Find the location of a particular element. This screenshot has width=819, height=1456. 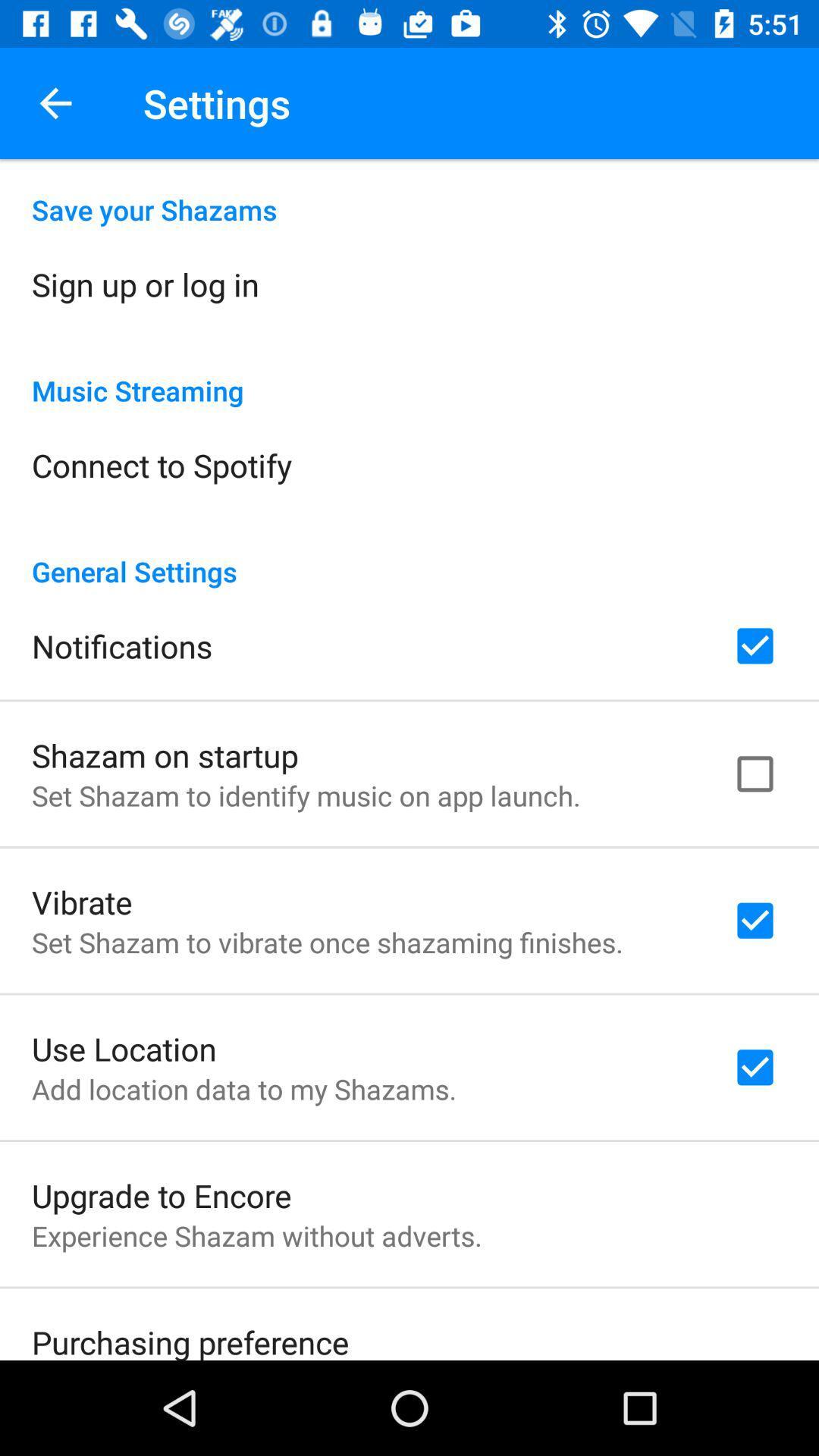

notification option is located at coordinates (755, 645).